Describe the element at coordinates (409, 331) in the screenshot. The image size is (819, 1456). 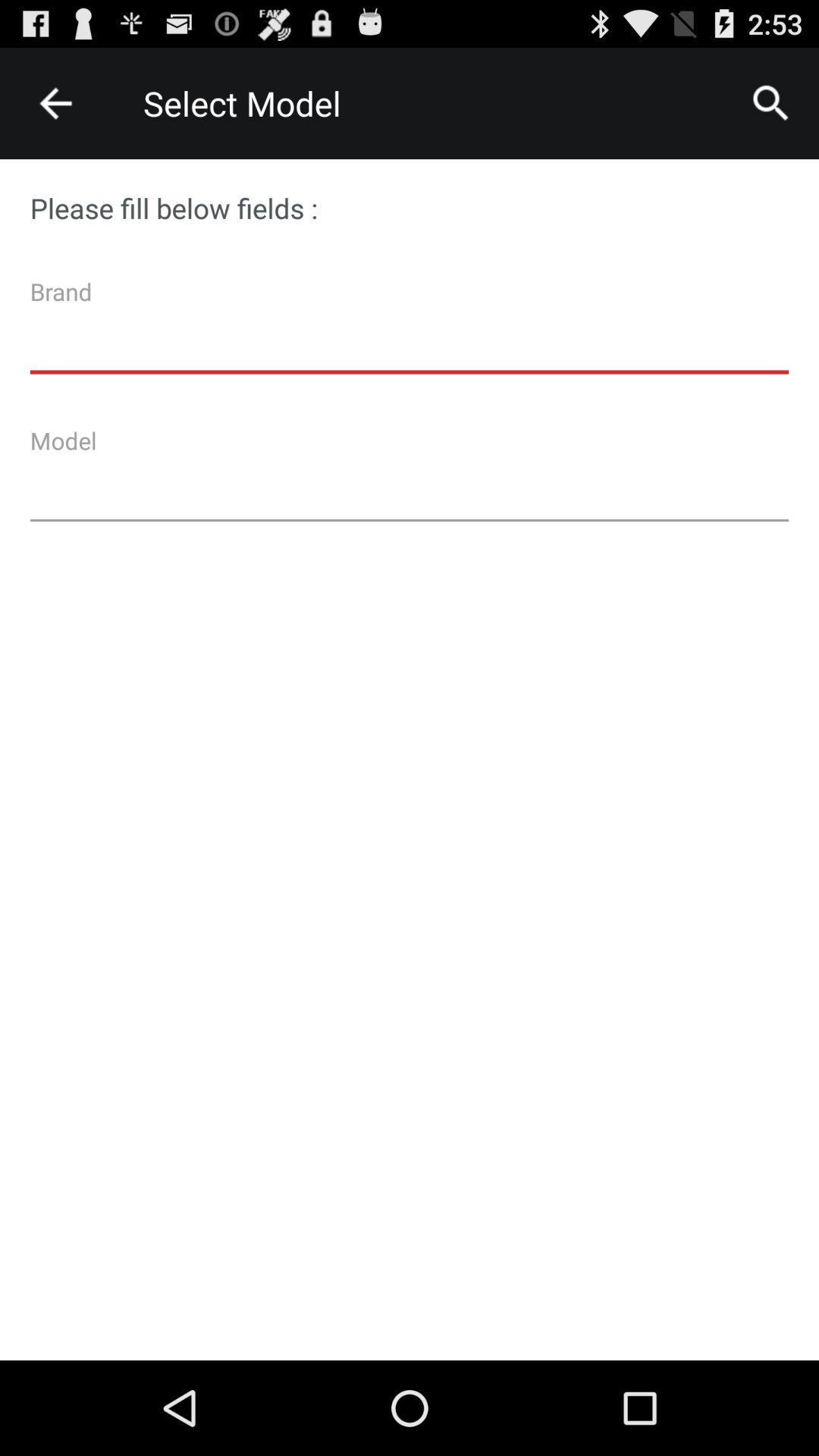
I see `type brand name` at that location.